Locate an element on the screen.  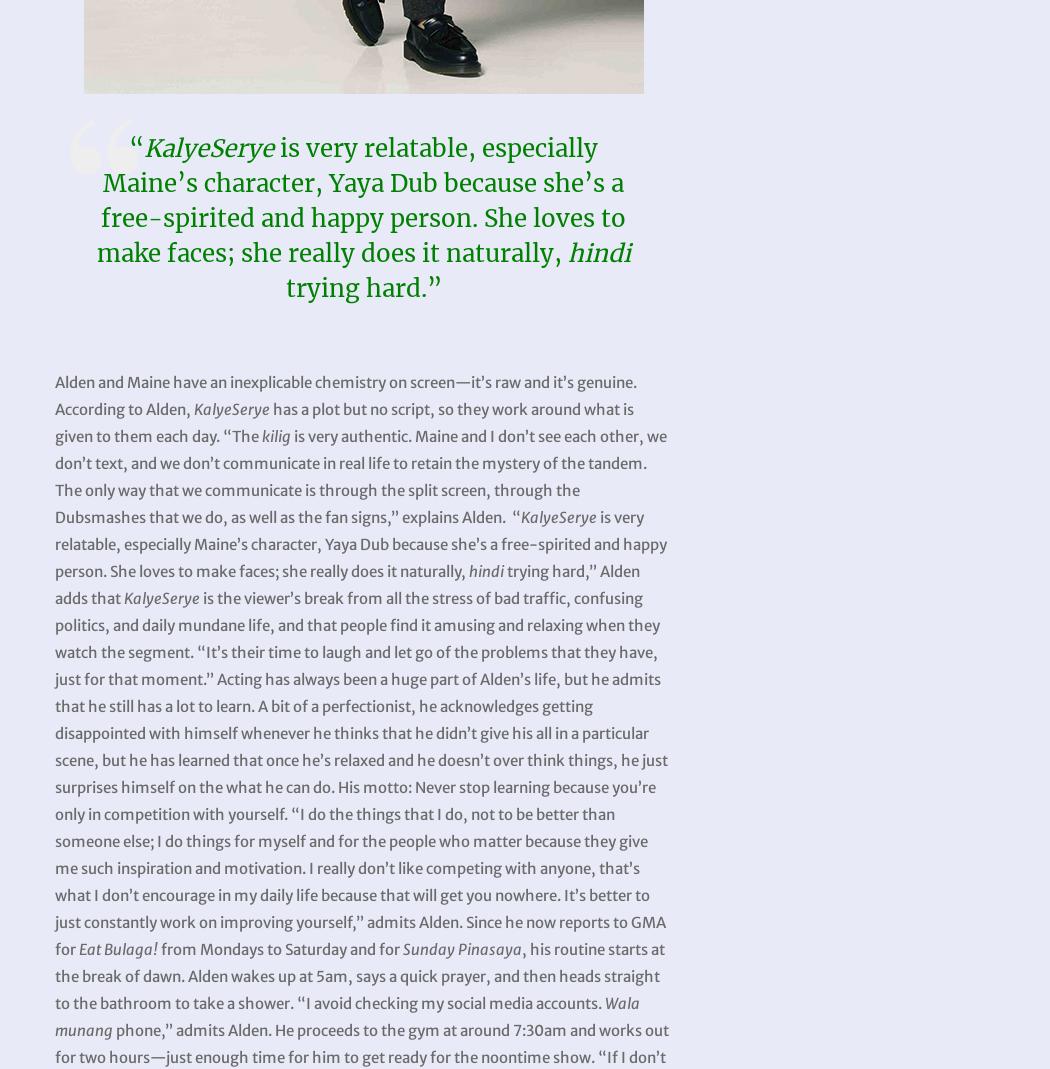
'trying hard,” Alden adds that' is located at coordinates (346, 584).